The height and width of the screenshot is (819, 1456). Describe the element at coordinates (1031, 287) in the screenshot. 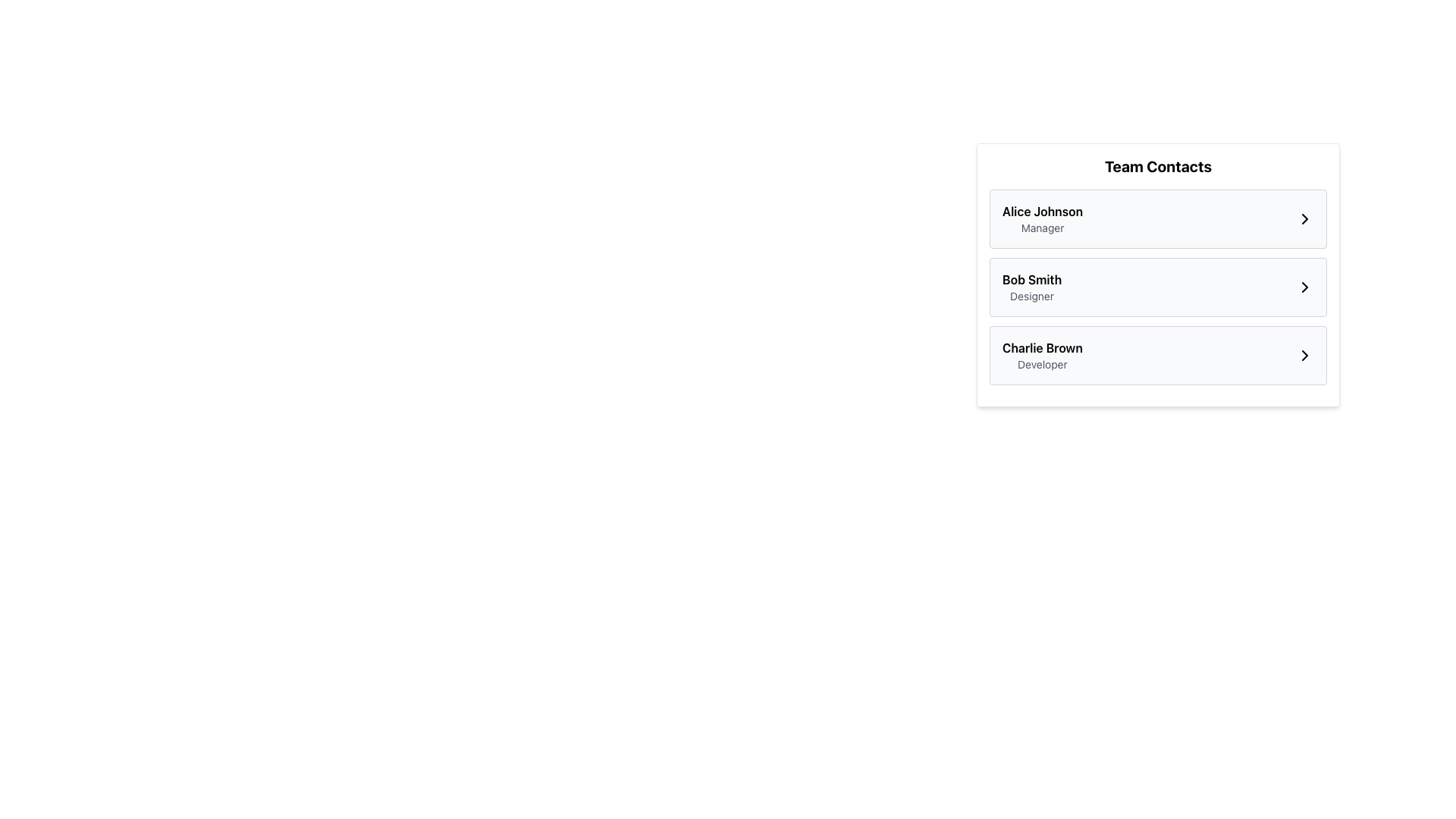

I see `the second entry in the 'Team Contacts' list, which contains detailed information about a contact, positioned below 'Alice Johnson' and above 'Charlie Brown'` at that location.